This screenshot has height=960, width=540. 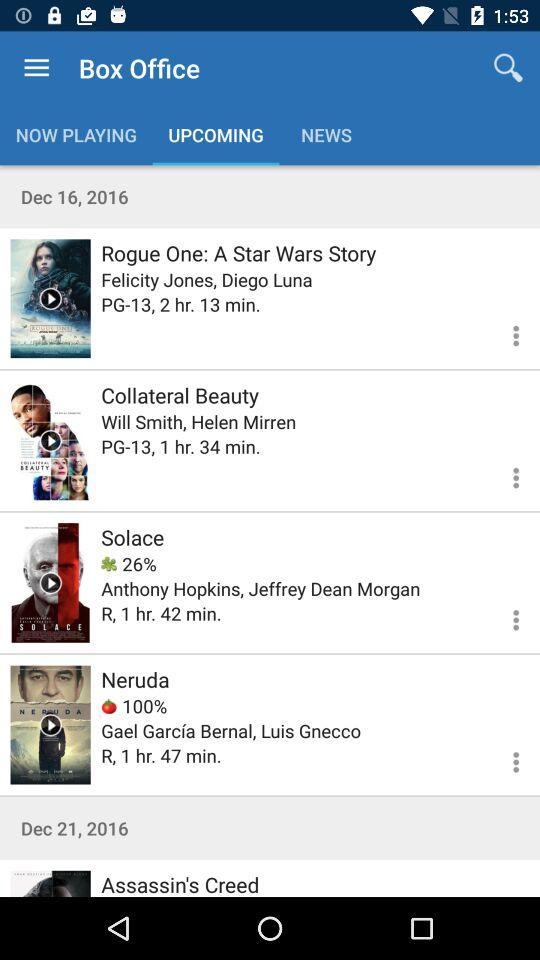 I want to click on the menu option for the first movie, so click(x=503, y=333).